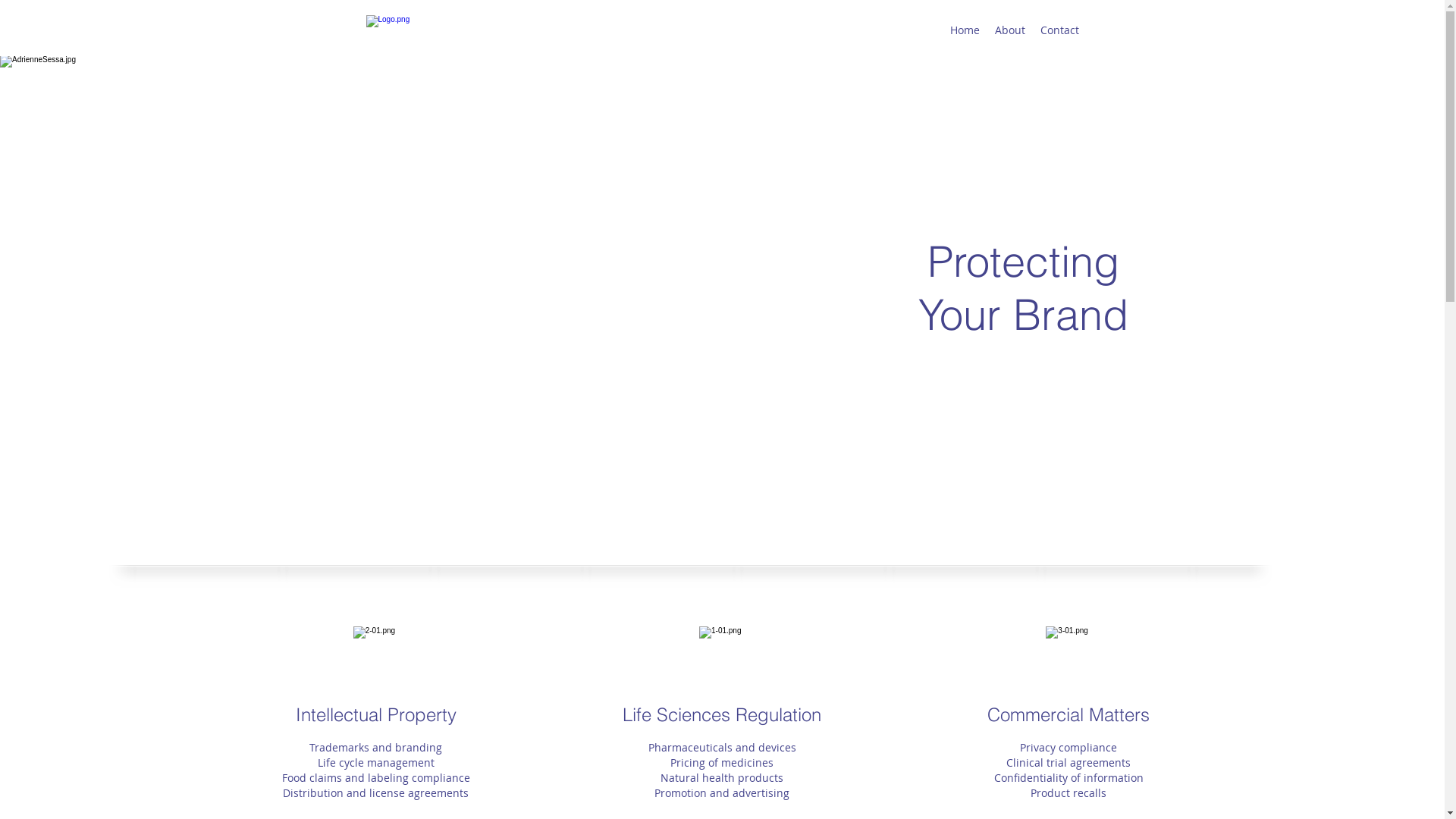  I want to click on 'About', so click(1009, 30).